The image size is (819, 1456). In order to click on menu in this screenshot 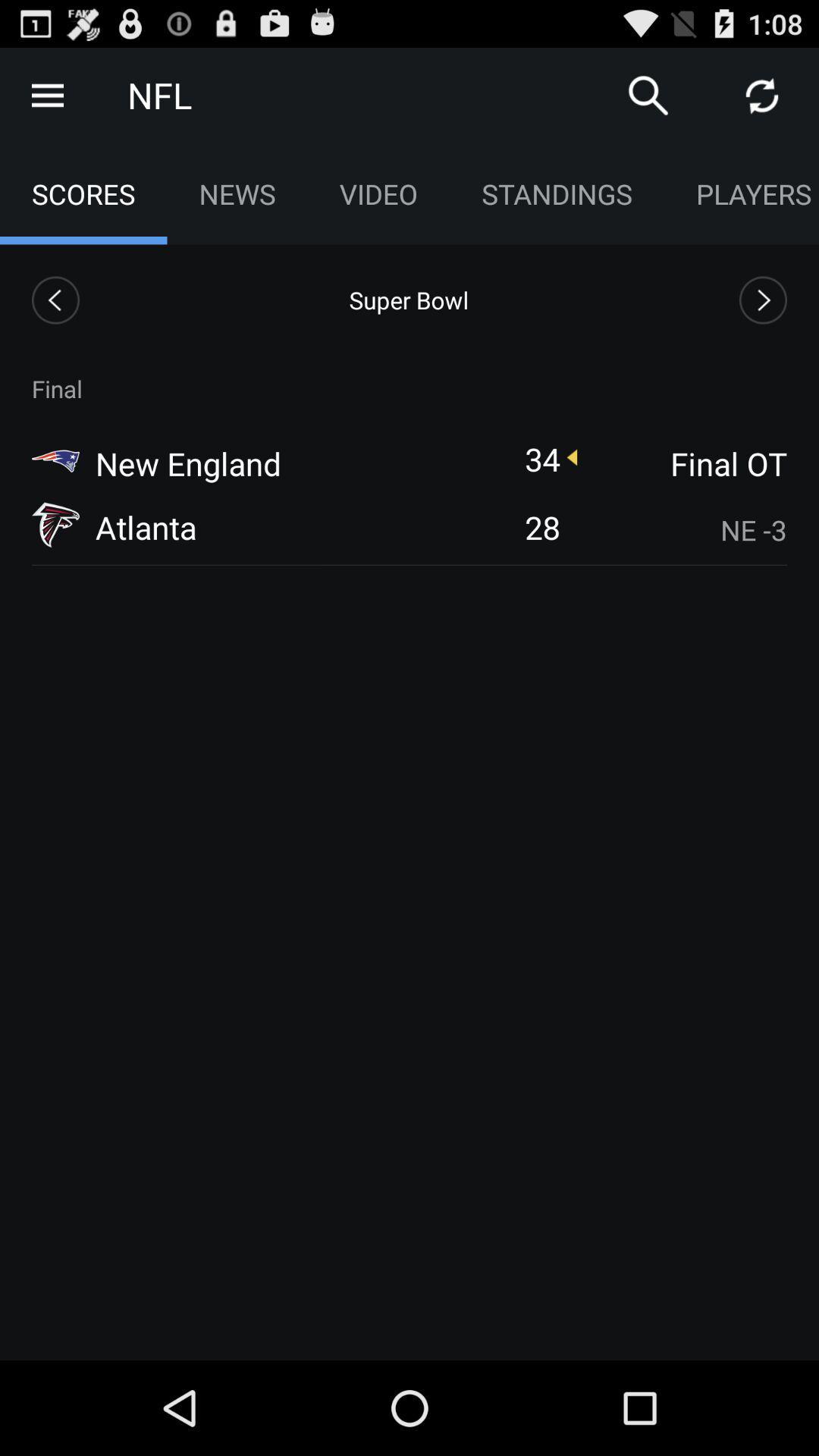, I will do `click(46, 94)`.